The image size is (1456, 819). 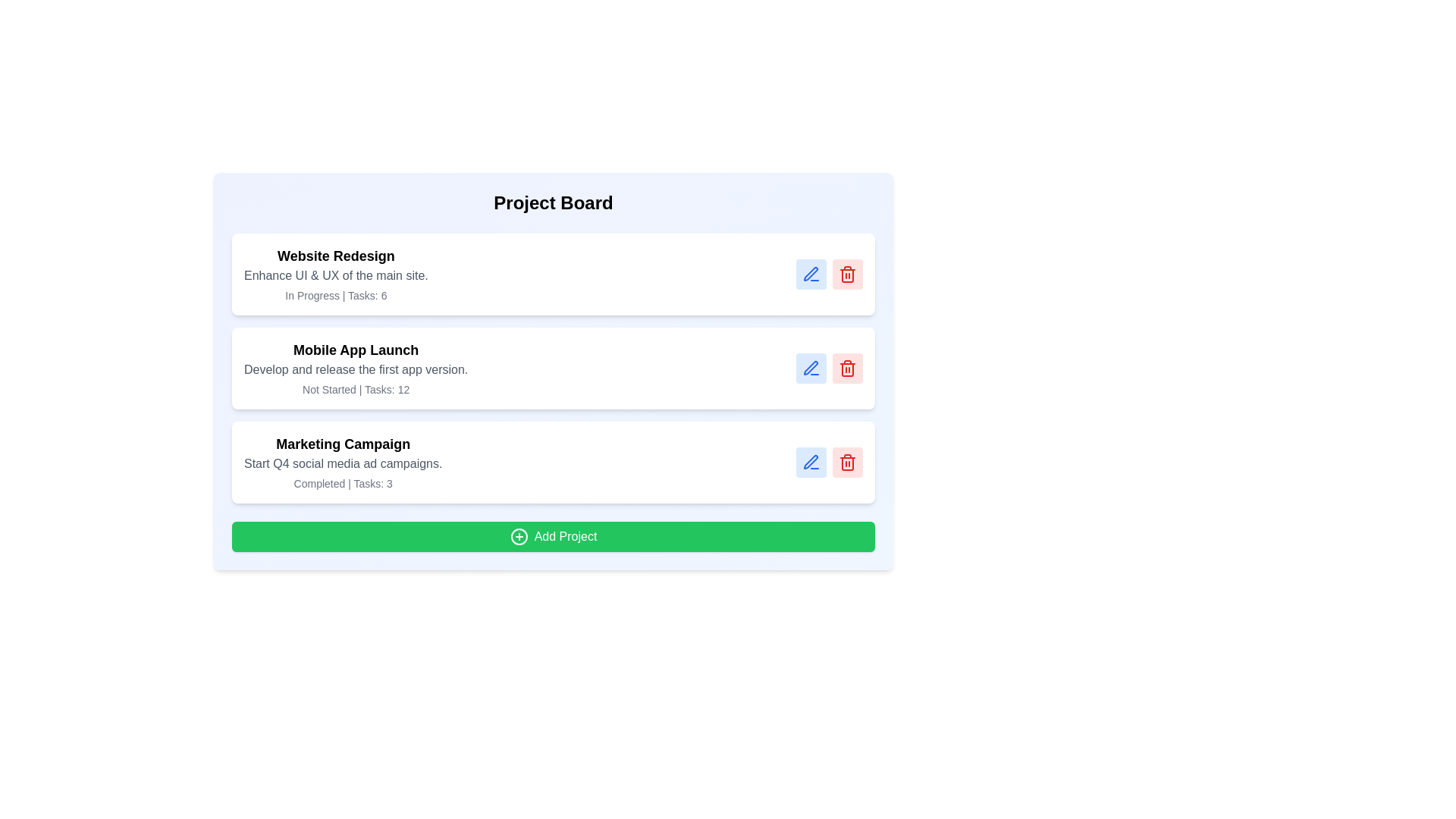 What do you see at coordinates (847, 461) in the screenshot?
I see `the delete button for the Marketing Campaign project` at bounding box center [847, 461].